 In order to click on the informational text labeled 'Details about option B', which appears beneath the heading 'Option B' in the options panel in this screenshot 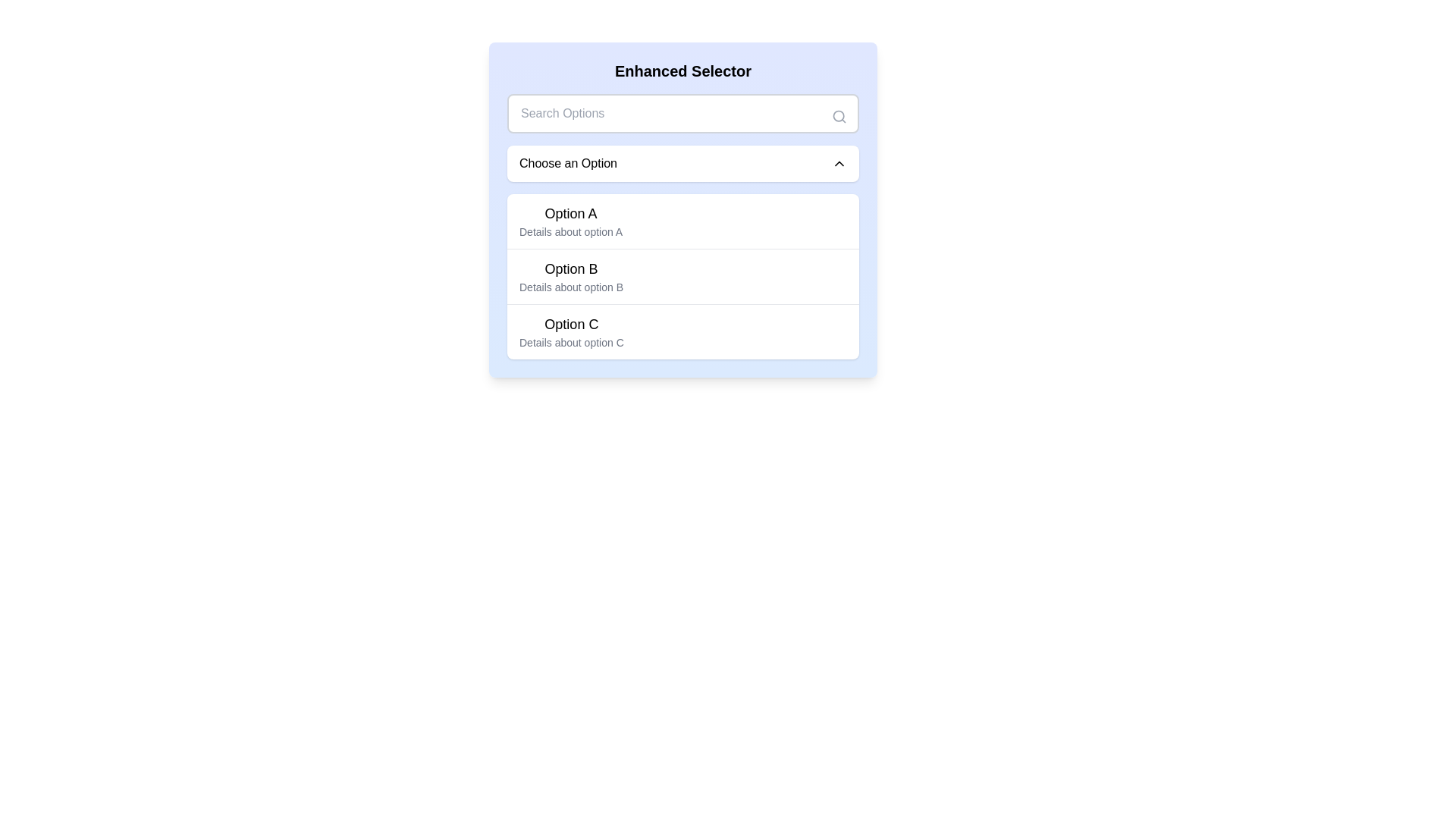, I will do `click(570, 287)`.